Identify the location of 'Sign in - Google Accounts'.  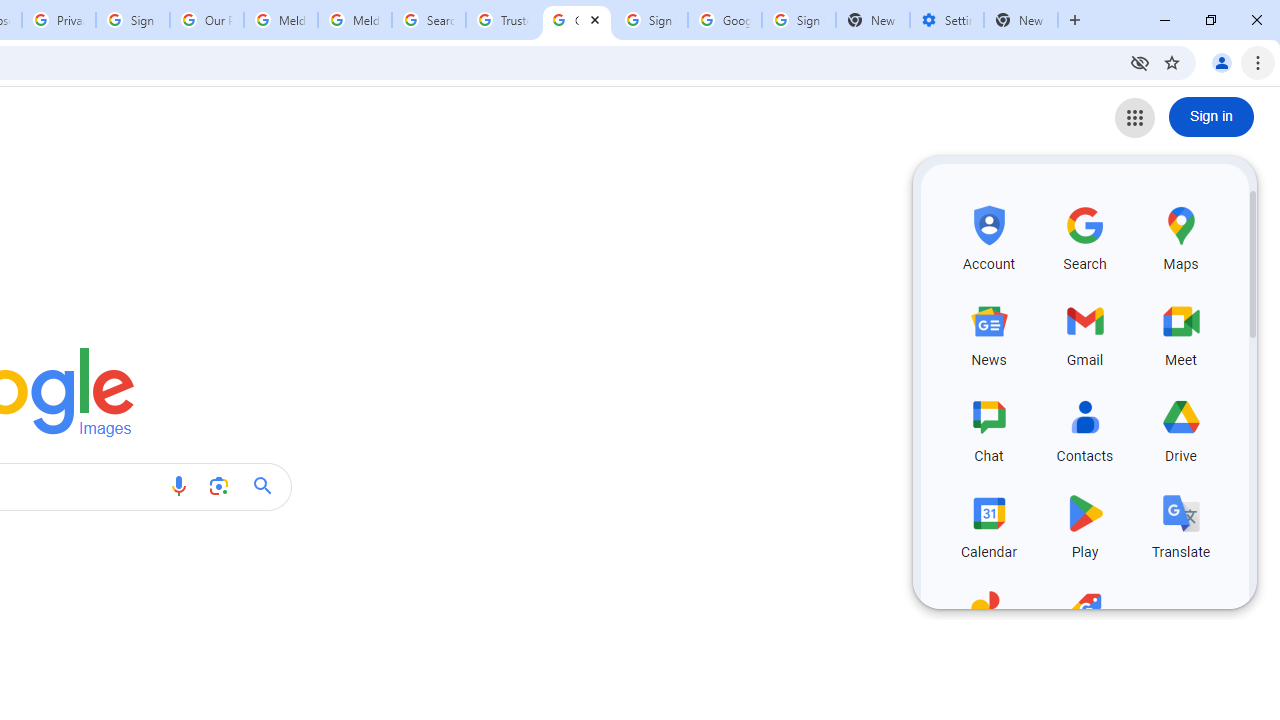
(132, 20).